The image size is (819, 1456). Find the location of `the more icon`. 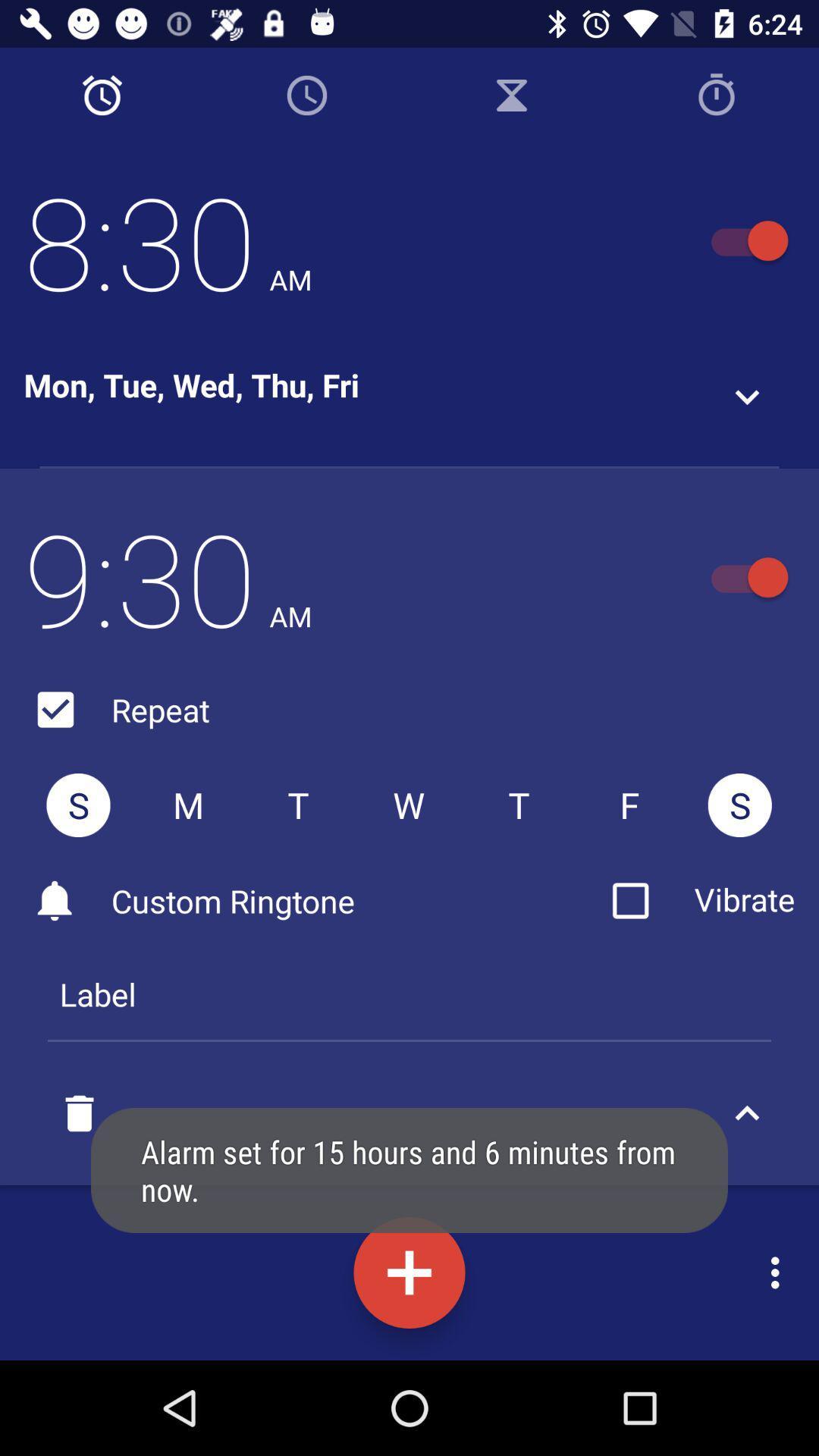

the more icon is located at coordinates (779, 1272).